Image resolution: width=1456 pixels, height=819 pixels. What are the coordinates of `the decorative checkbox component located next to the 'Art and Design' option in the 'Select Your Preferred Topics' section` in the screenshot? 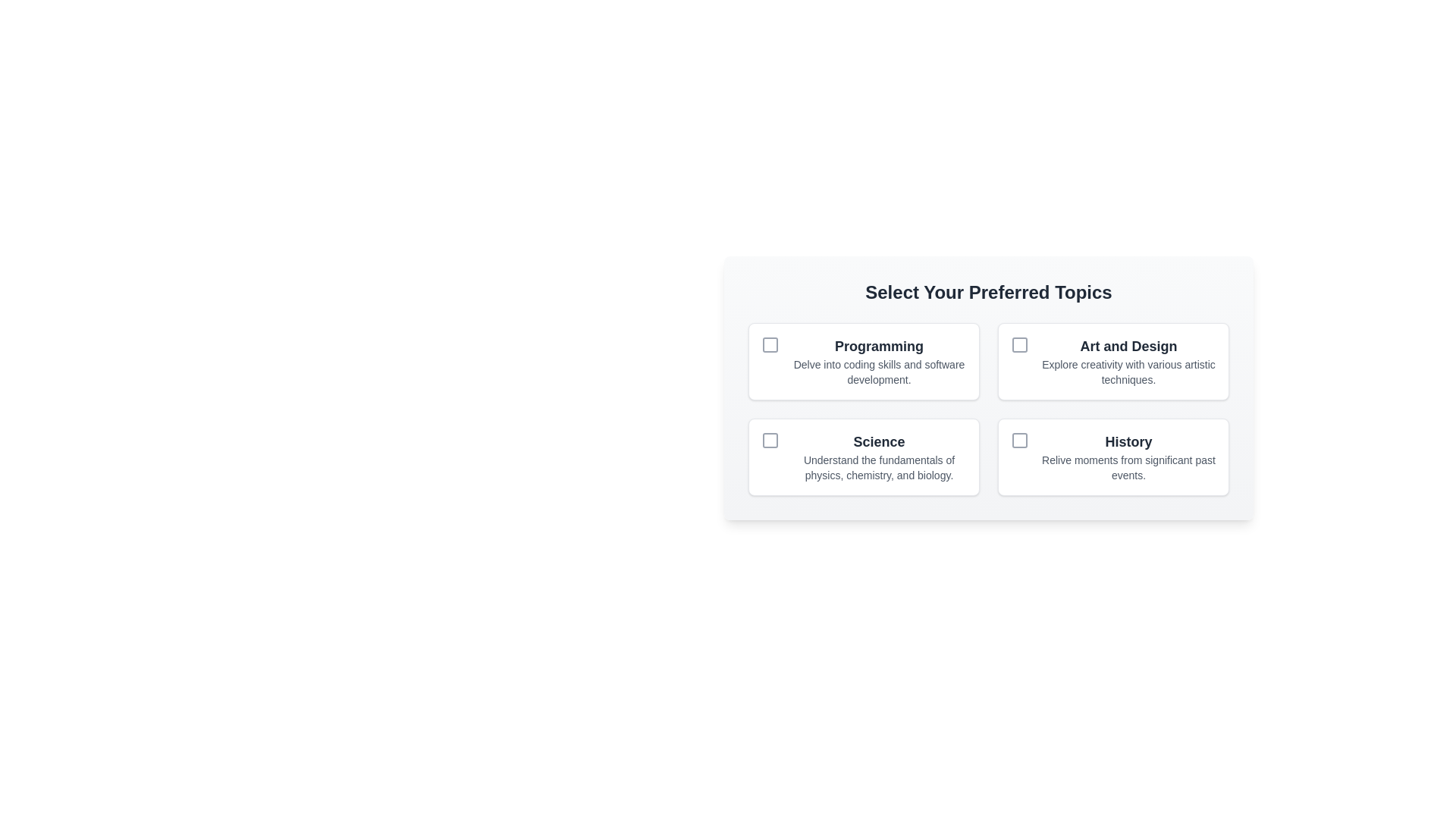 It's located at (1019, 345).